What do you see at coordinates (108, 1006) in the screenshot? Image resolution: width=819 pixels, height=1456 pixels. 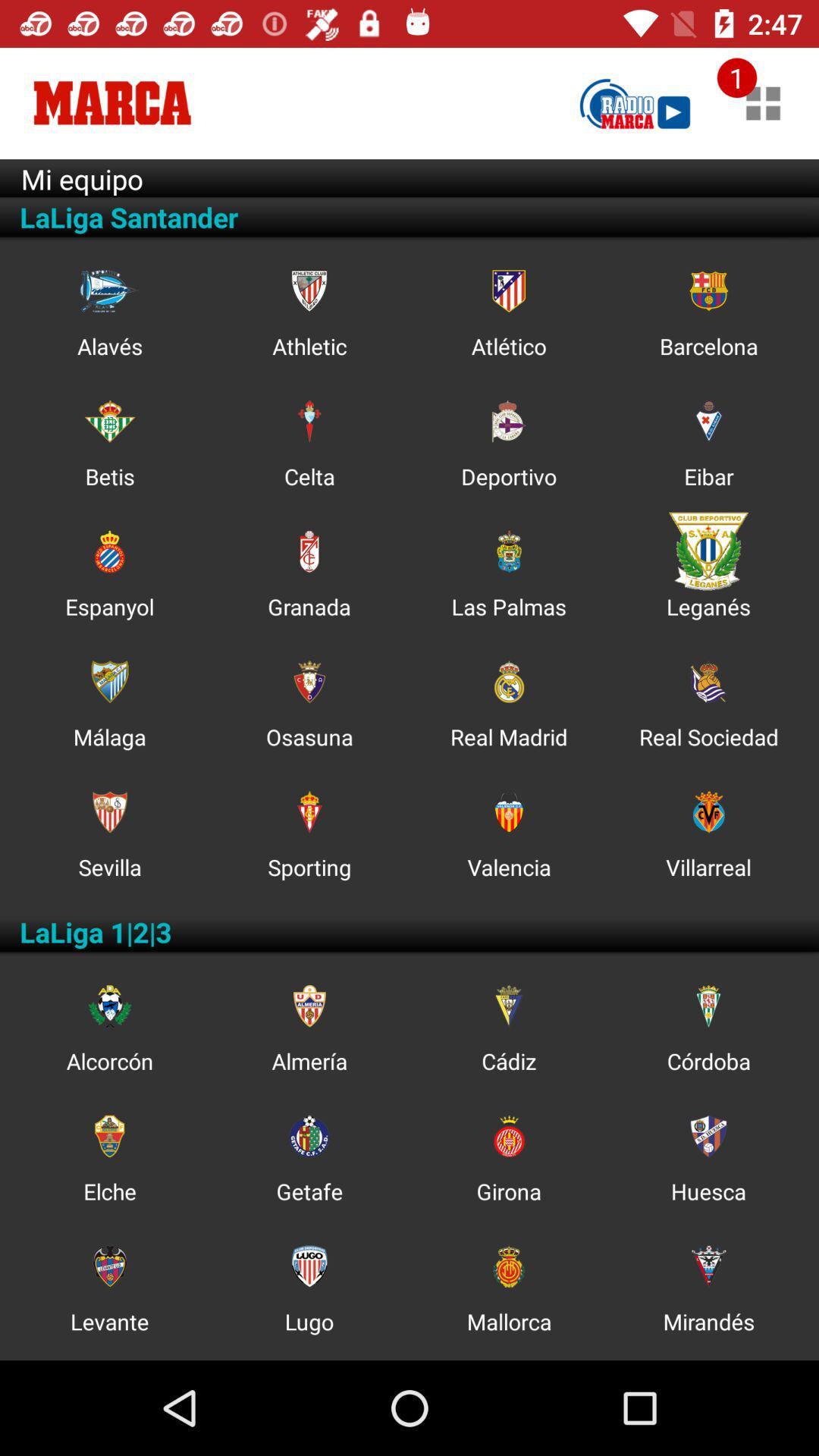 I see `the image above alcorcon` at bounding box center [108, 1006].